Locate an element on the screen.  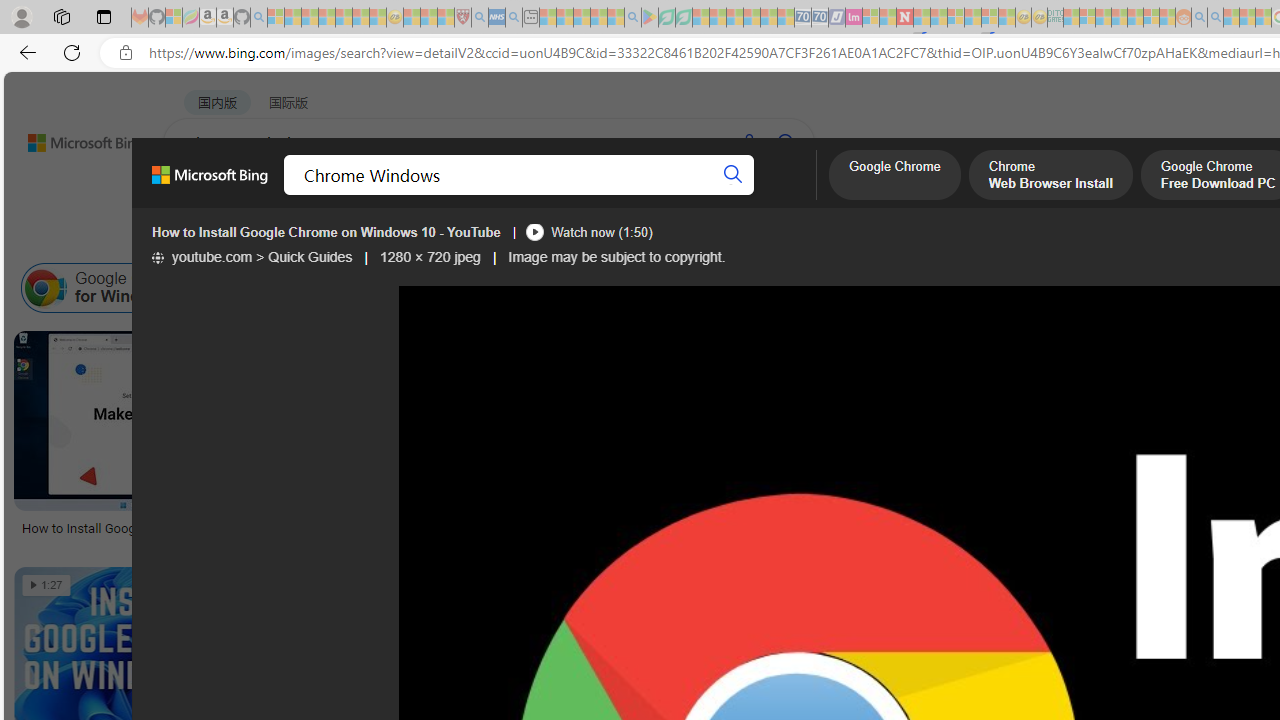
'1:27' is located at coordinates (46, 585).